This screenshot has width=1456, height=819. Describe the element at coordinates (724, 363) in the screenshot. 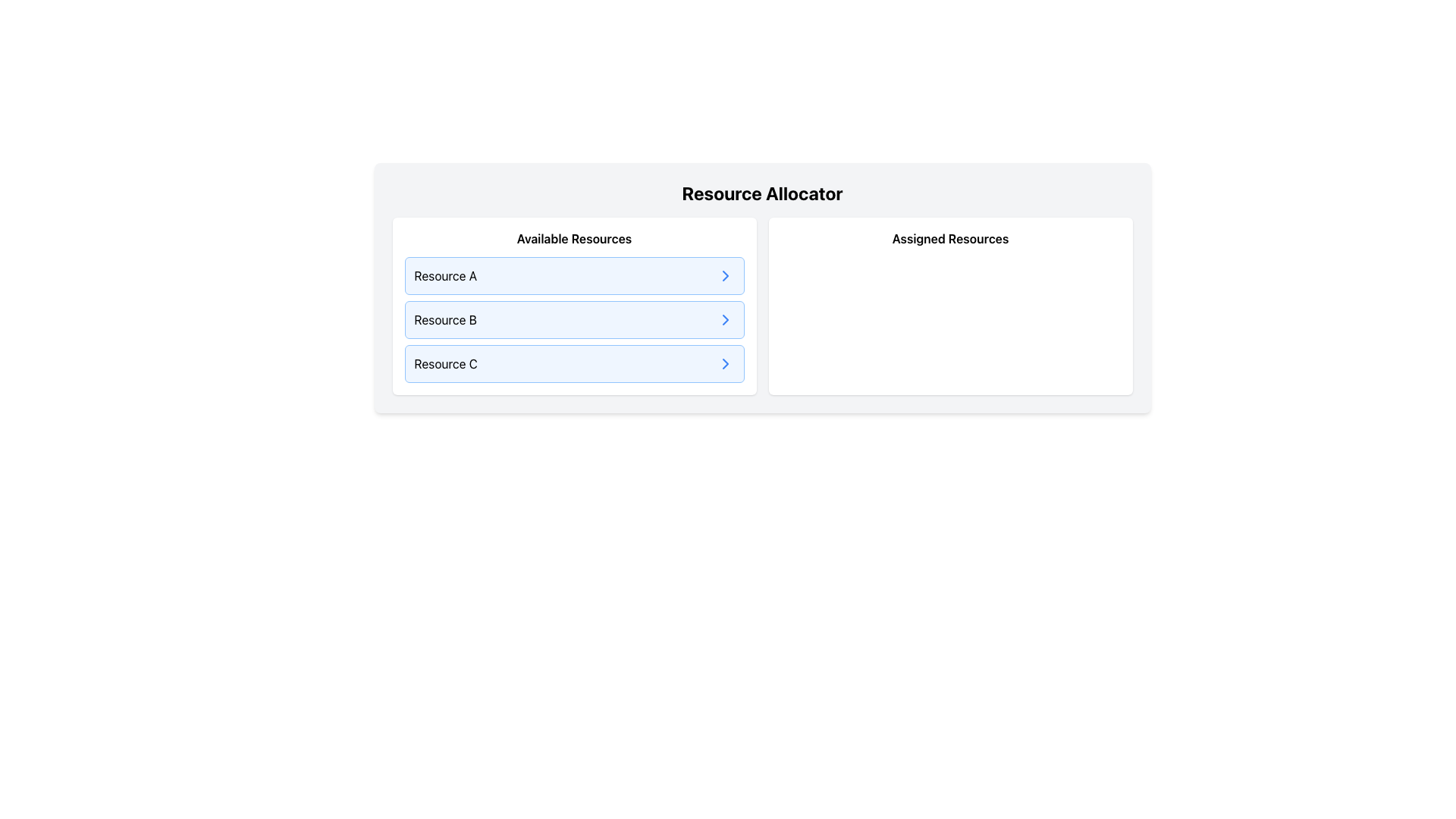

I see `the Chevron Icon in the third item of the 'Available Resources' section, aligned with 'Resource C'` at that location.